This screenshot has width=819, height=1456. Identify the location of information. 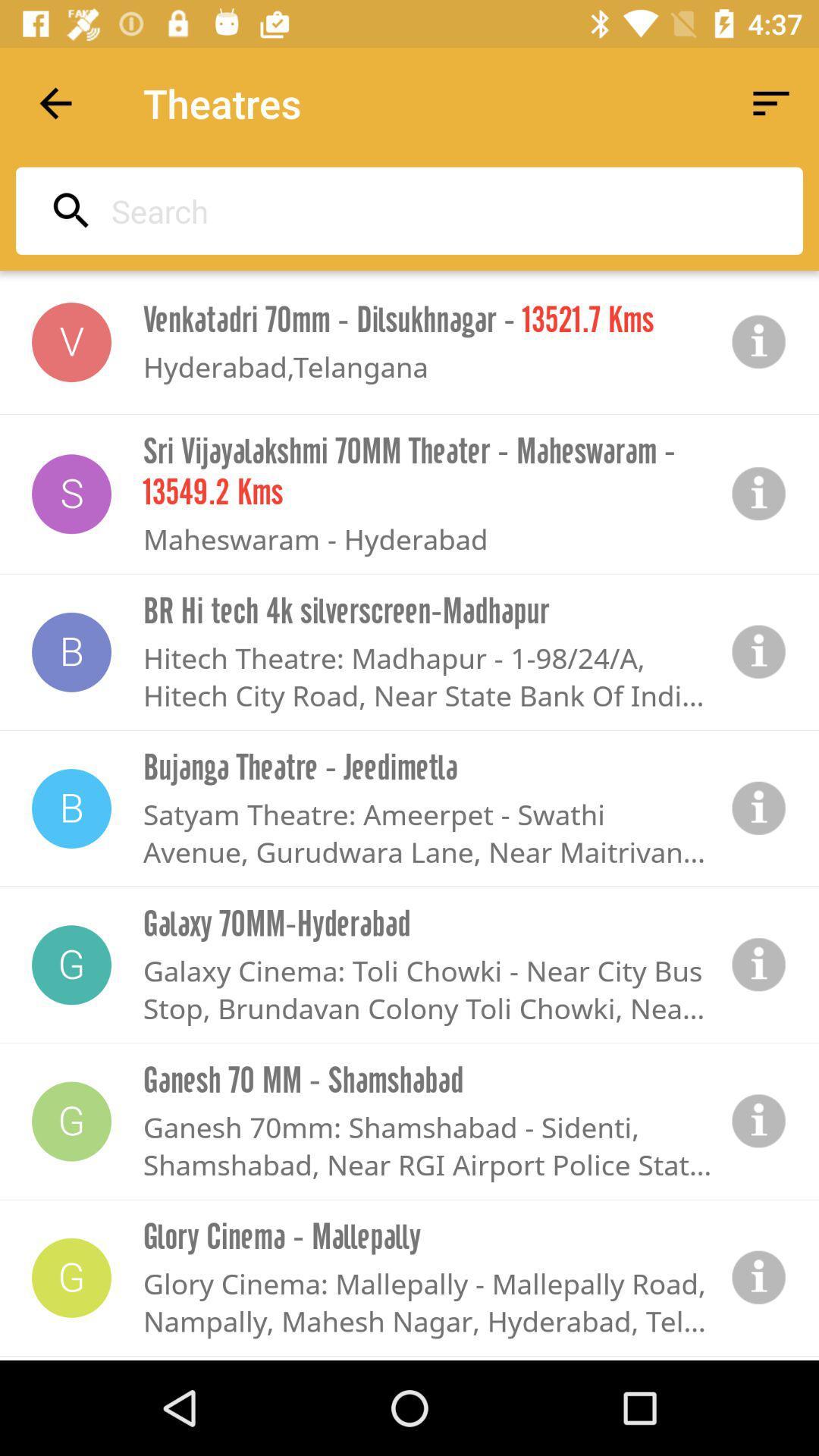
(759, 341).